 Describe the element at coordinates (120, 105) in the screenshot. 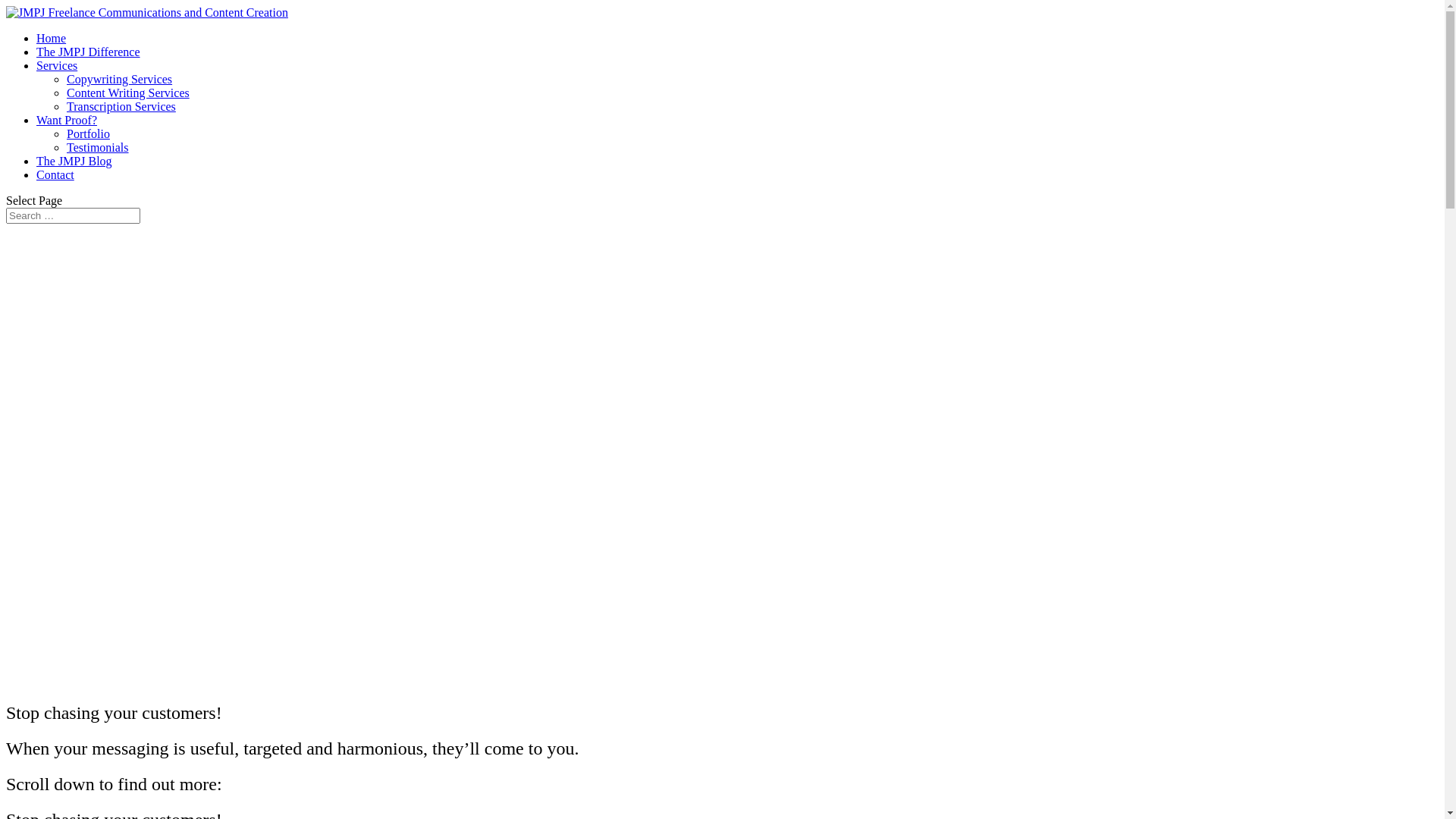

I see `'Transcription Services'` at that location.